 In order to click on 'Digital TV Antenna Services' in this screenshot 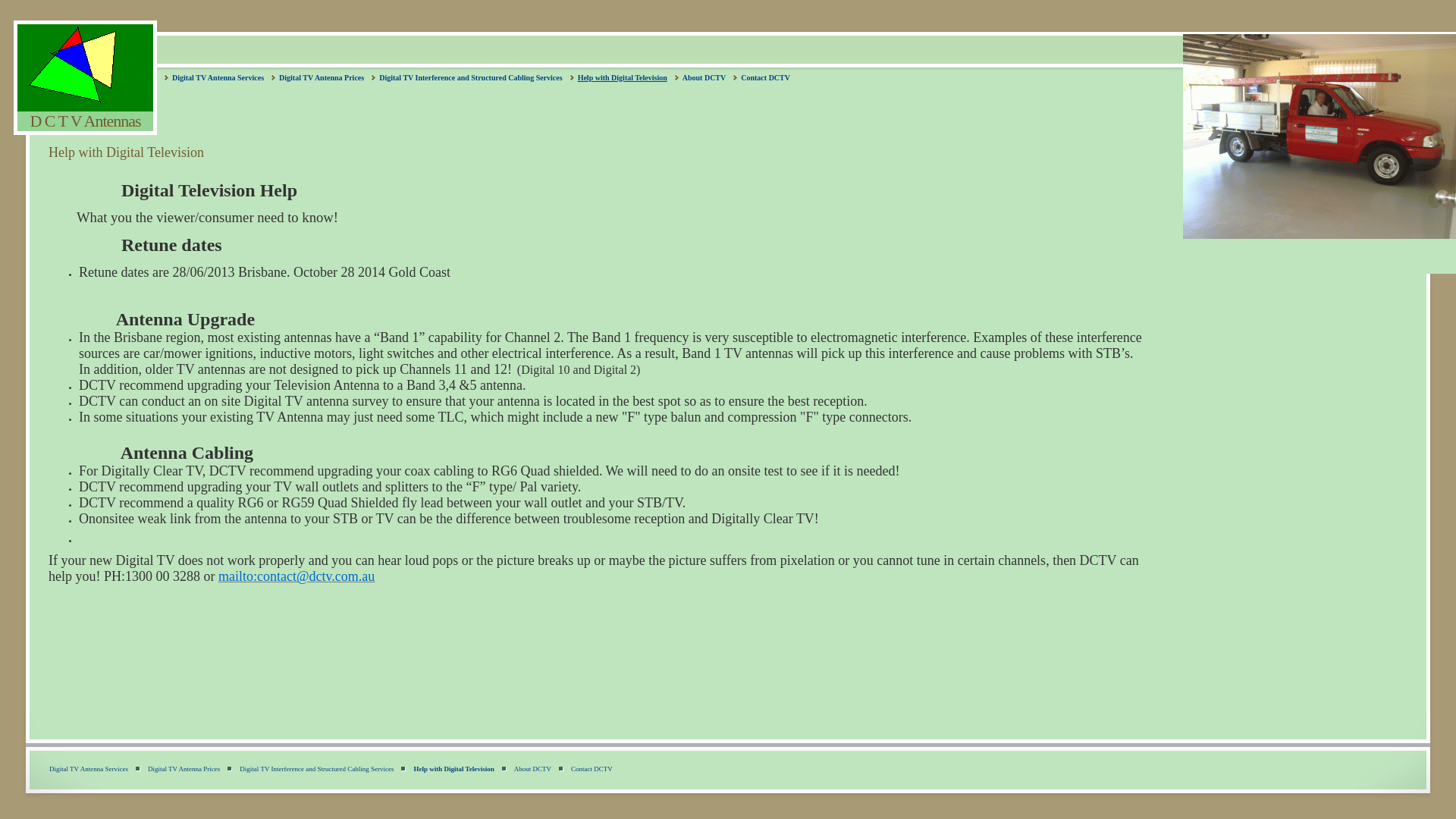, I will do `click(87, 768)`.